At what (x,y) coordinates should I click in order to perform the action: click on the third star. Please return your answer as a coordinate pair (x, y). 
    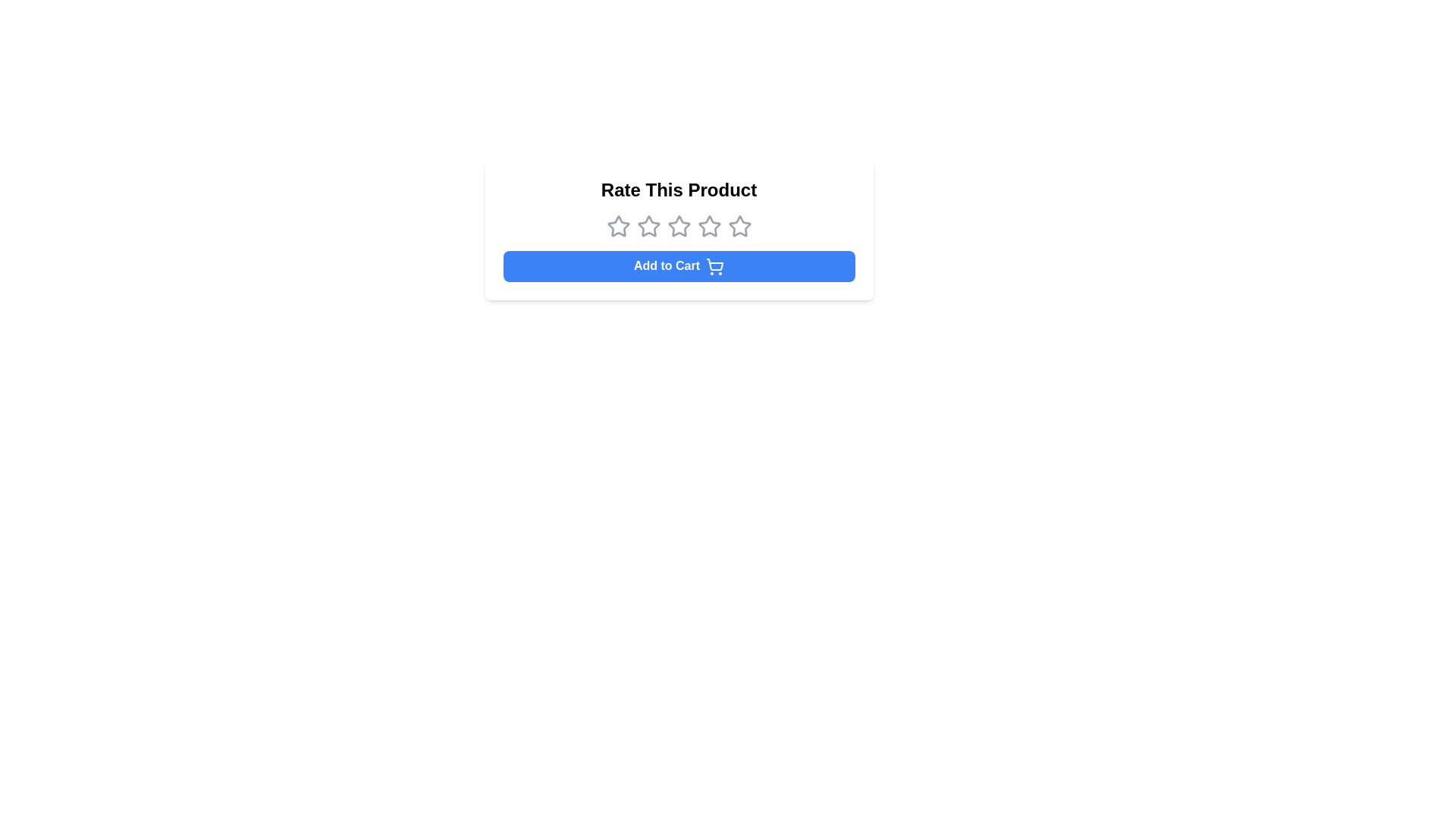
    Looking at the image, I should click on (678, 227).